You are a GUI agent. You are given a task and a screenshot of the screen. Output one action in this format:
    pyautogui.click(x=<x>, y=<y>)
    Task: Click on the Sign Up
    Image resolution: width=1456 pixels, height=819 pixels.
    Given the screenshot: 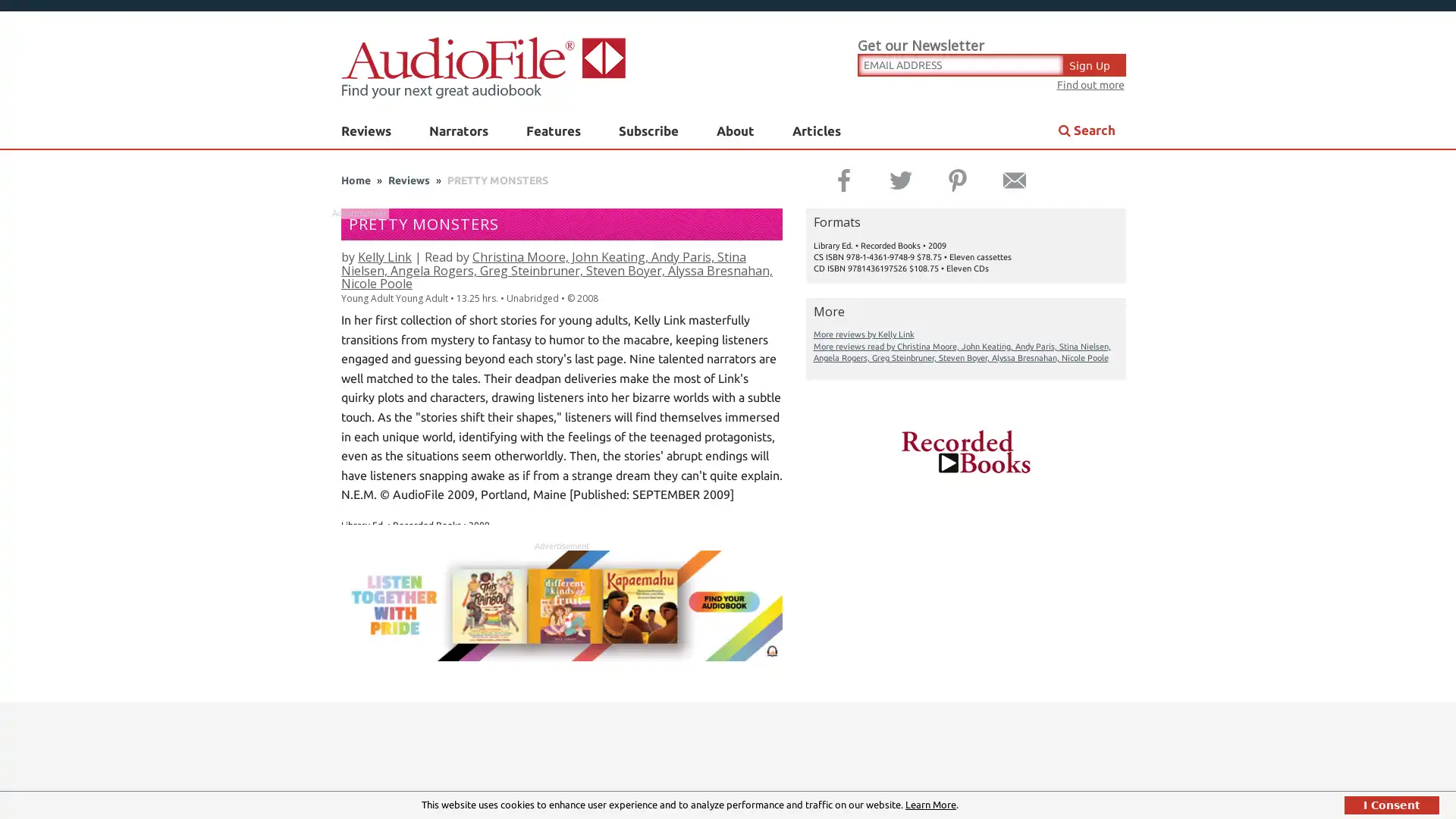 What is the action you would take?
    pyautogui.click(x=1095, y=63)
    